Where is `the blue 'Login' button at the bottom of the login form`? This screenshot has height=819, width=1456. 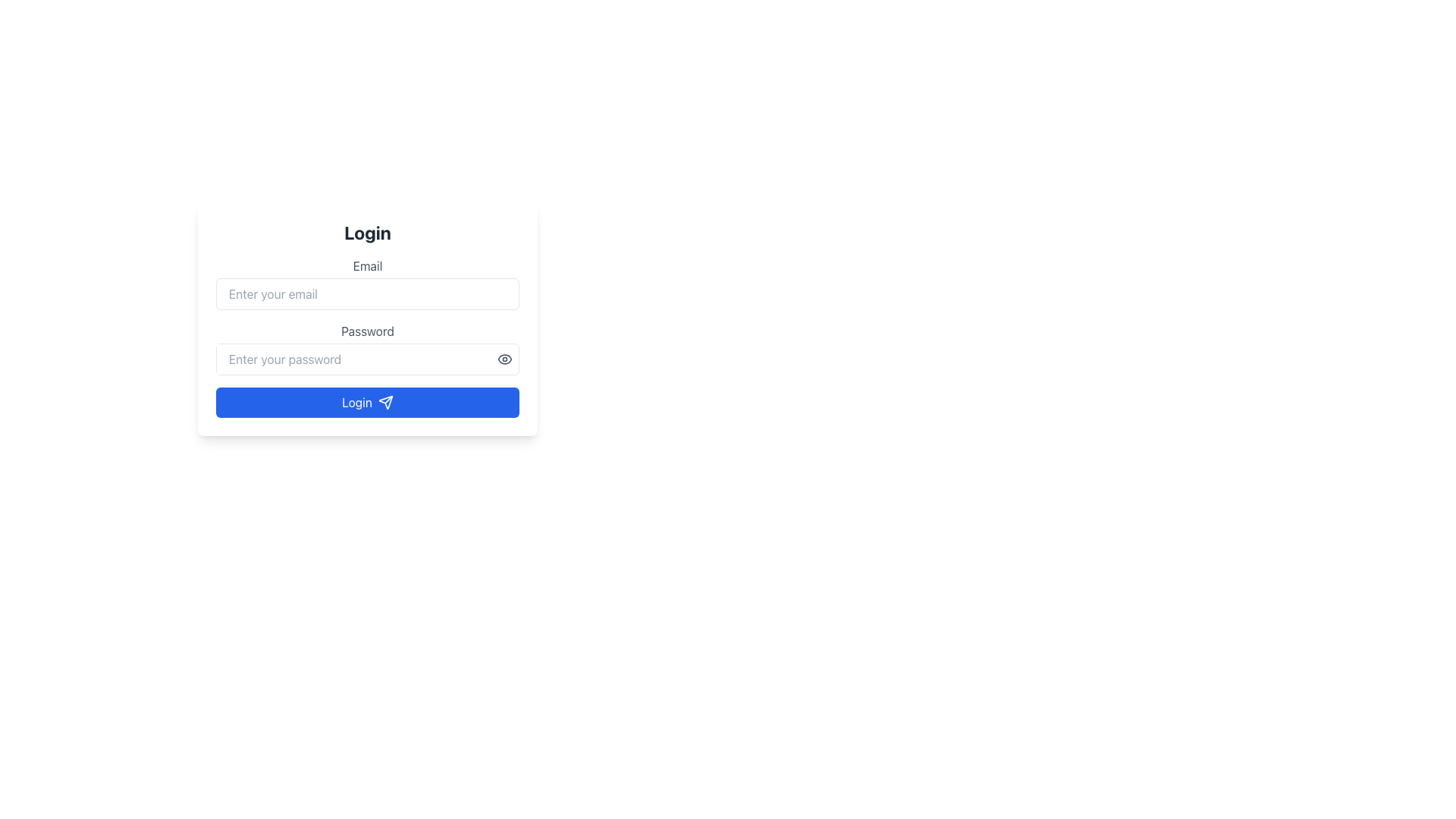 the blue 'Login' button at the bottom of the login form is located at coordinates (516, 378).